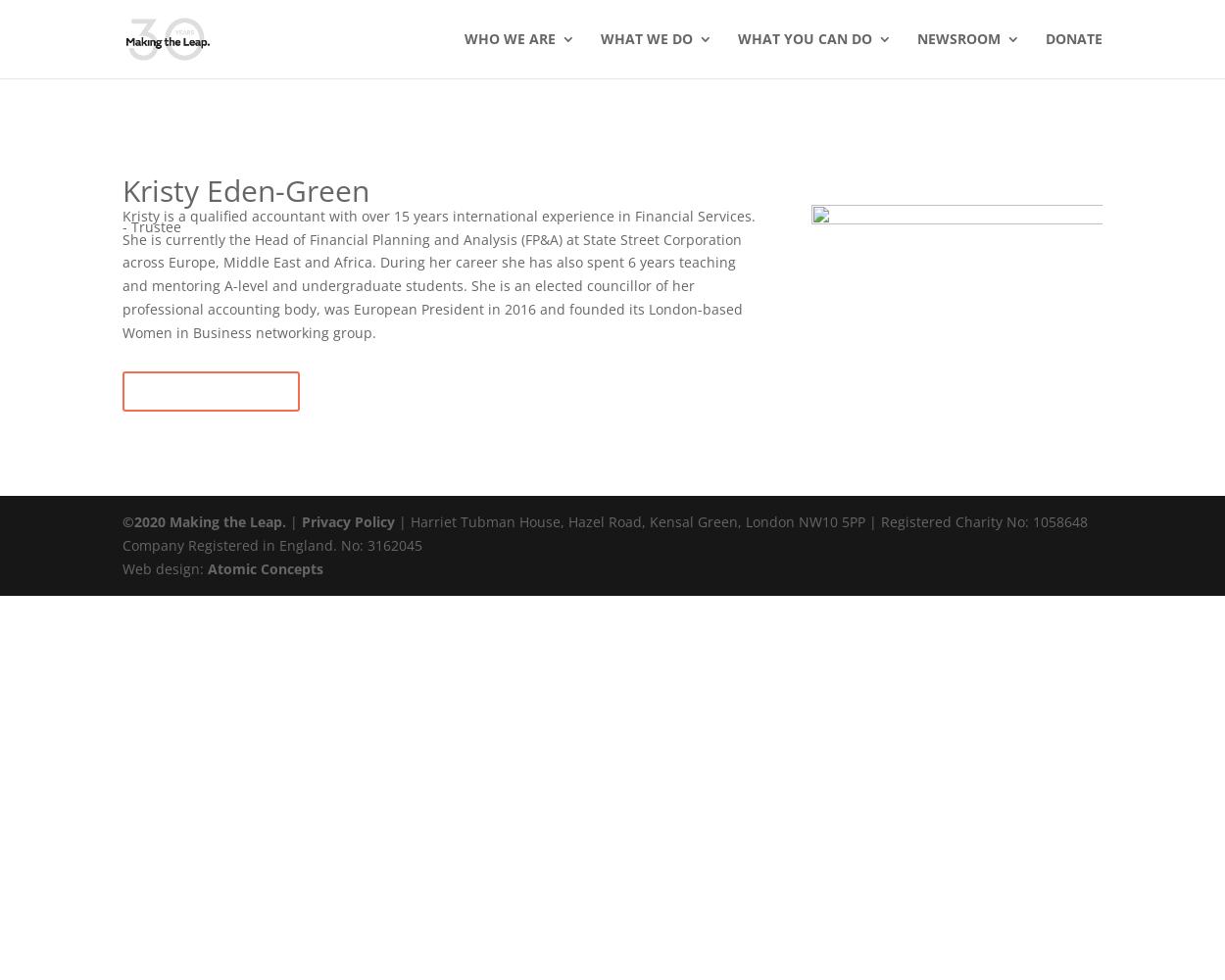  What do you see at coordinates (527, 236) in the screenshot?
I see `'Impact'` at bounding box center [527, 236].